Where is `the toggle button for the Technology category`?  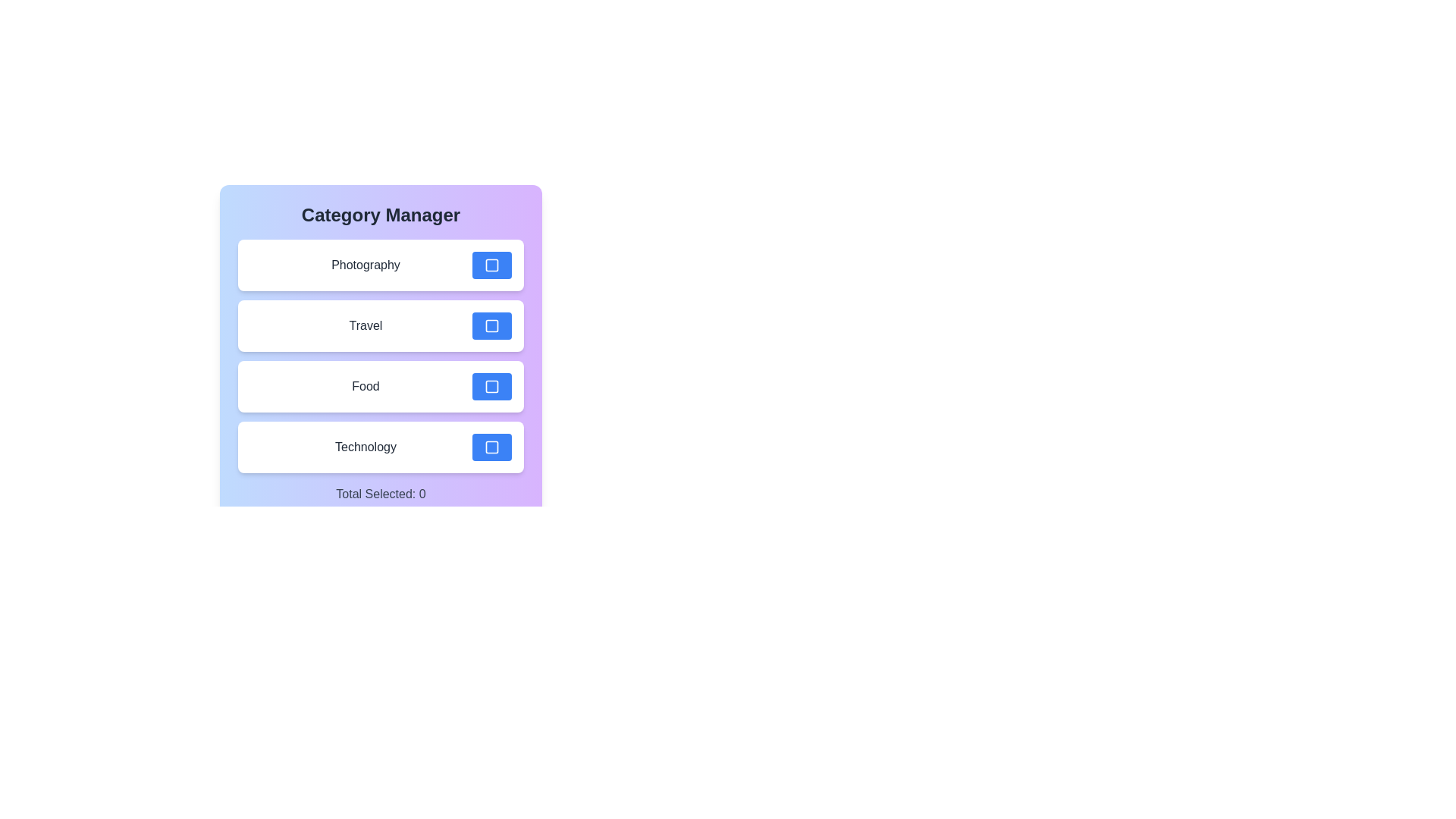 the toggle button for the Technology category is located at coordinates (491, 447).